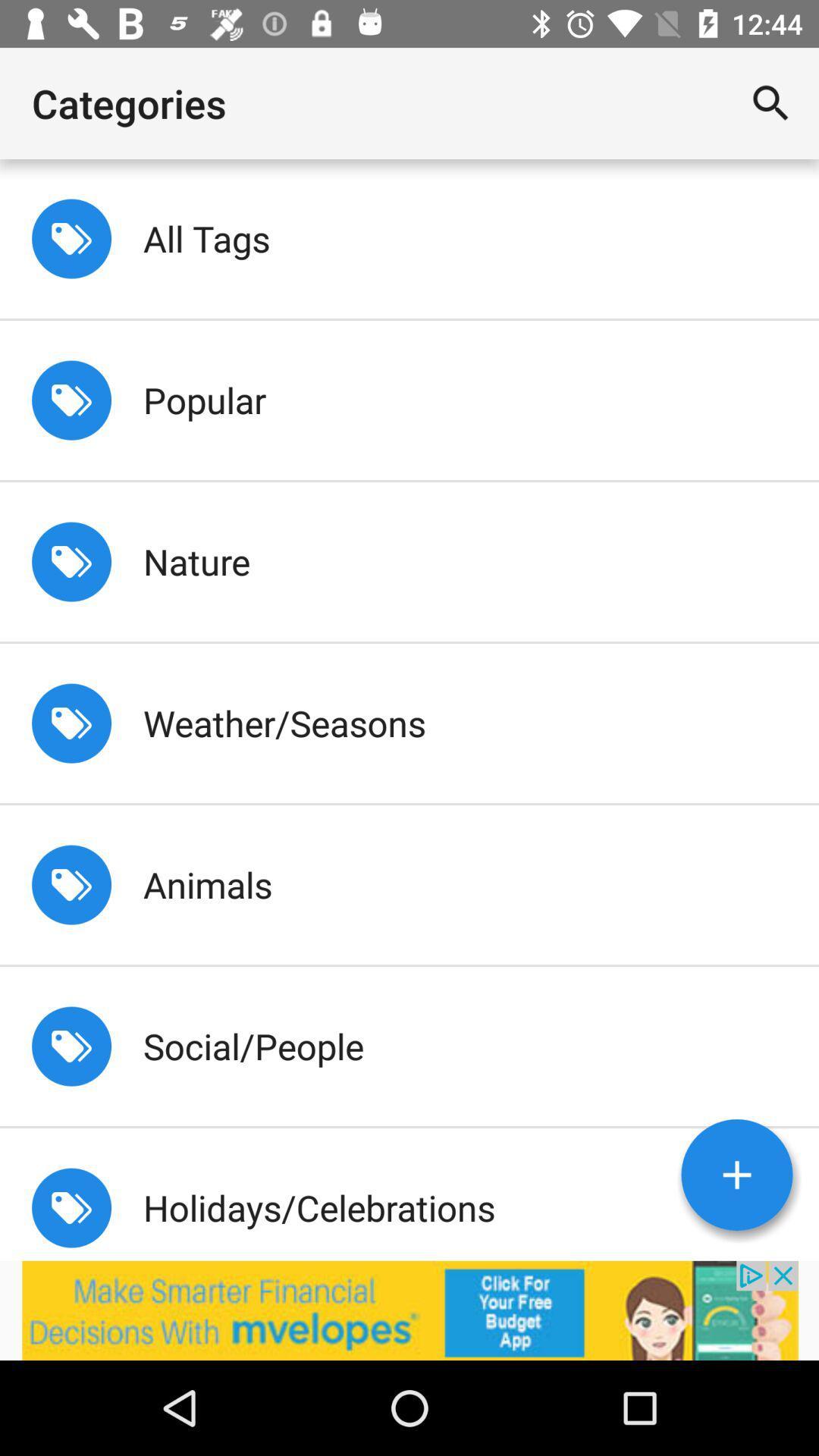 The width and height of the screenshot is (819, 1456). I want to click on more option, so click(736, 1174).